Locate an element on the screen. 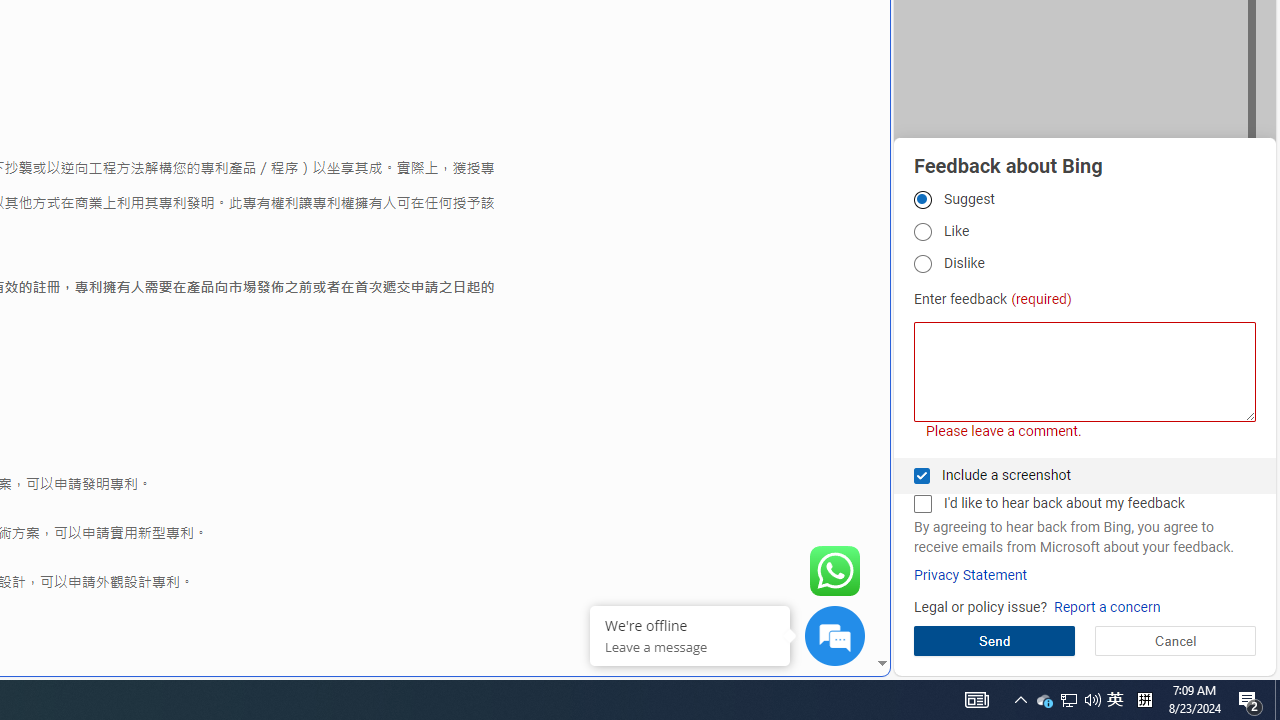 The image size is (1280, 720). 'Privacy Statement' is located at coordinates (970, 575).